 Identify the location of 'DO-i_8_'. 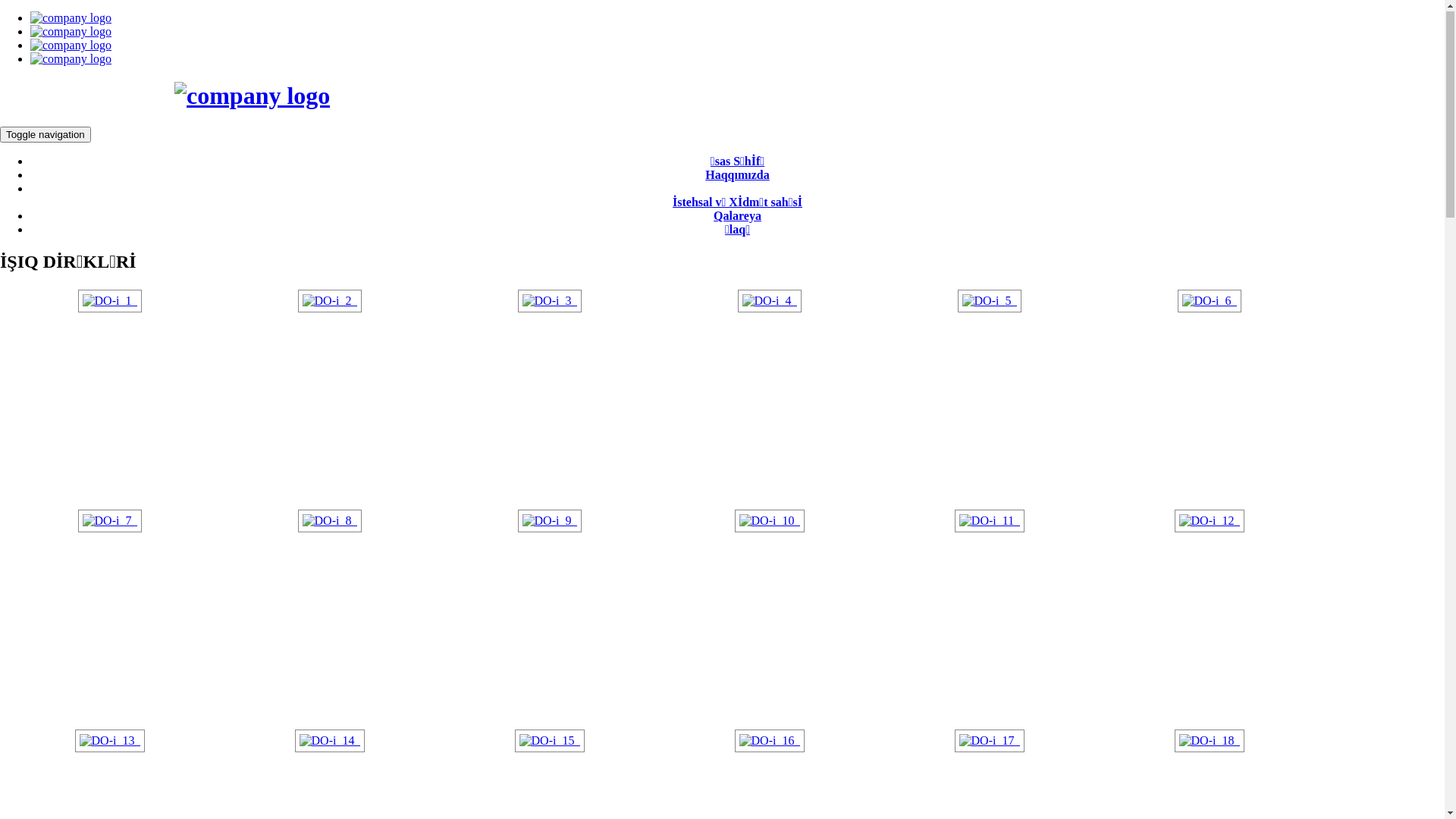
(329, 520).